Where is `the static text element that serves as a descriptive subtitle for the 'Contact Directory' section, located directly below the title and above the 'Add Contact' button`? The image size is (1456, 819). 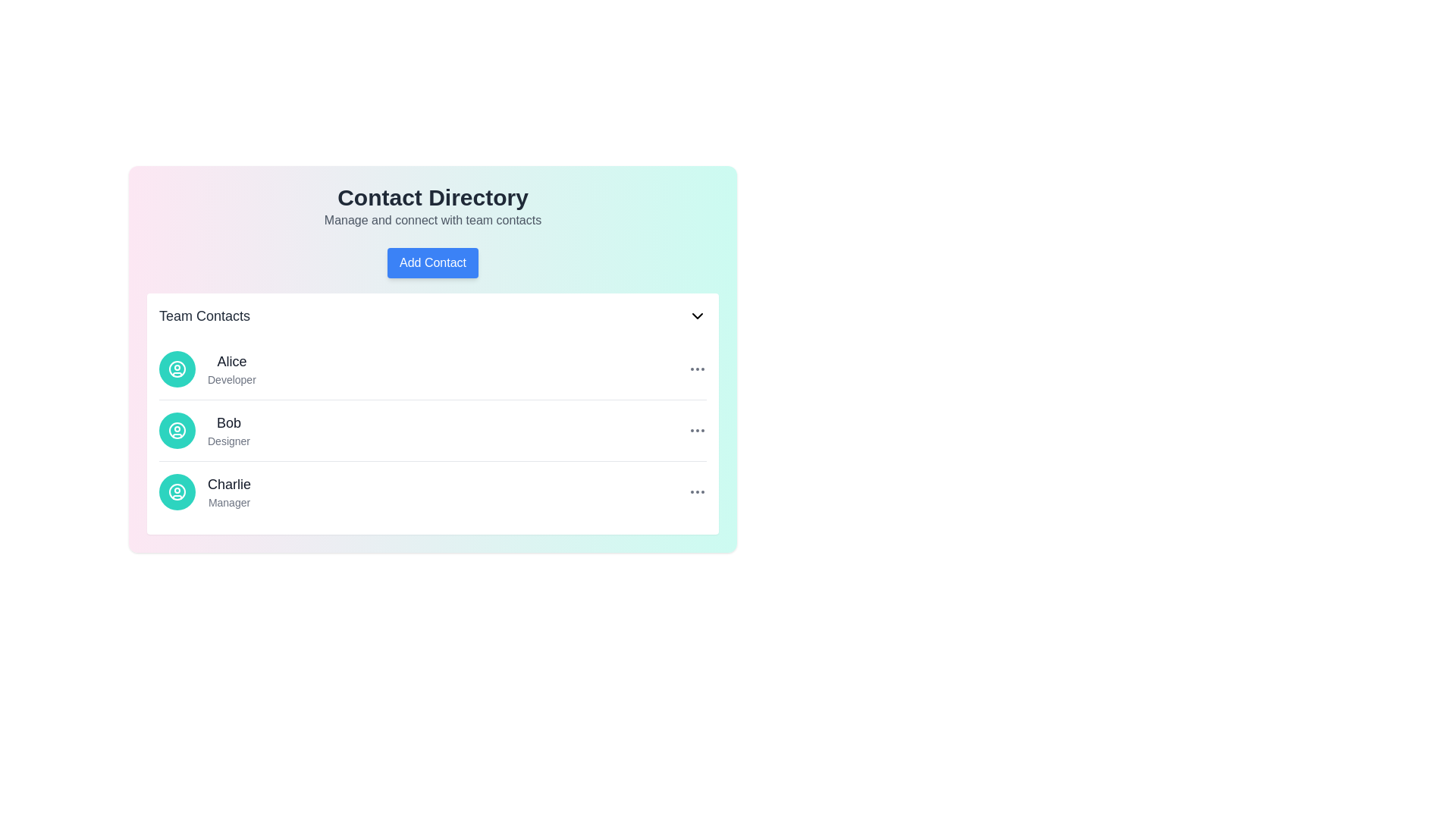 the static text element that serves as a descriptive subtitle for the 'Contact Directory' section, located directly below the title and above the 'Add Contact' button is located at coordinates (432, 220).